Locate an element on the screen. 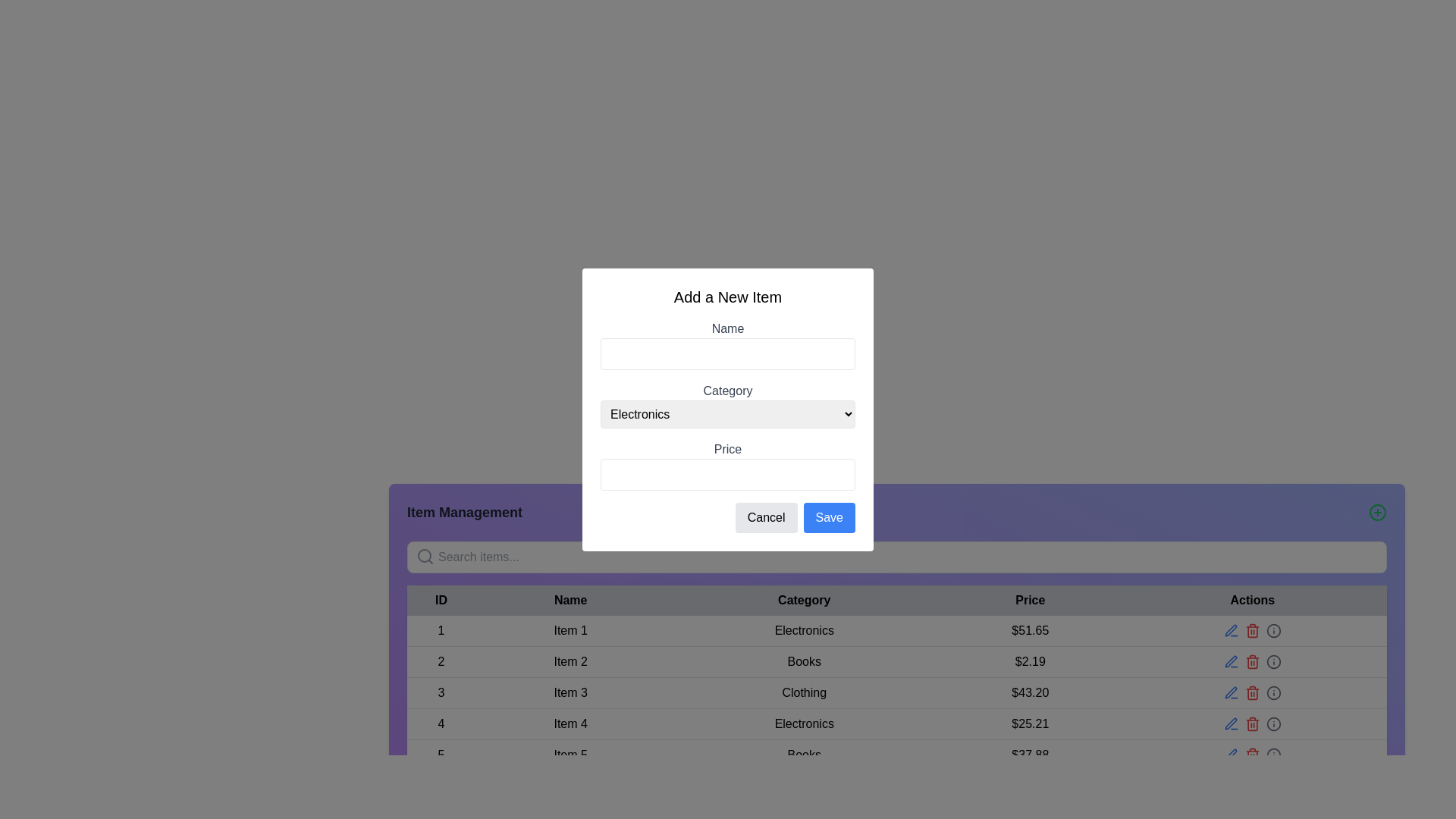 The image size is (1456, 819). the 'Electronics' text label located in the fourth row of the category column in the table beneath the main form is located at coordinates (803, 723).